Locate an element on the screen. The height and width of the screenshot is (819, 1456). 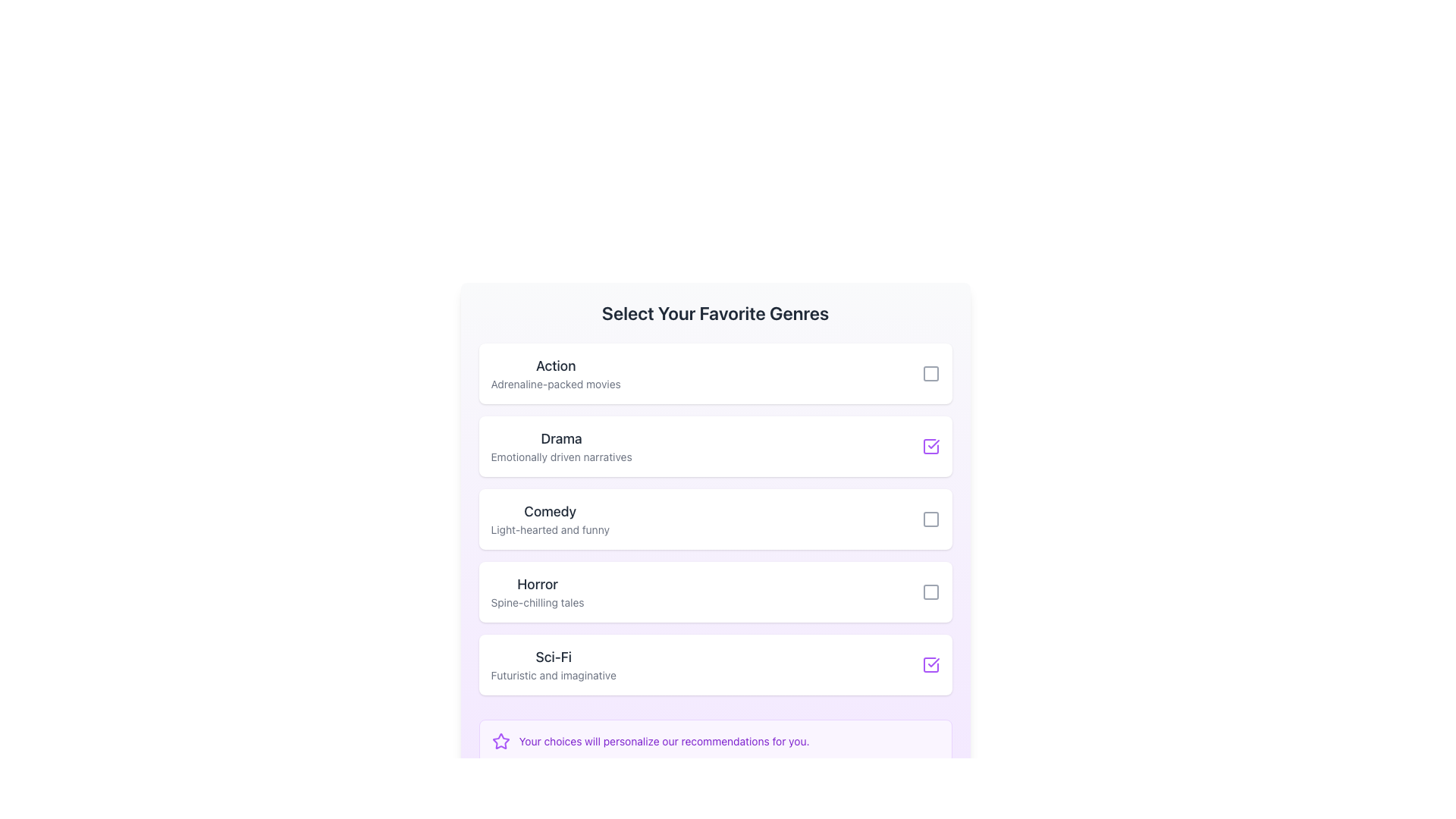
genre name 'Drama' displayed in bold text, located in the second list item under 'Select Your Favorite Genres', positioned above 'Emotionally driven narratives' is located at coordinates (560, 438).